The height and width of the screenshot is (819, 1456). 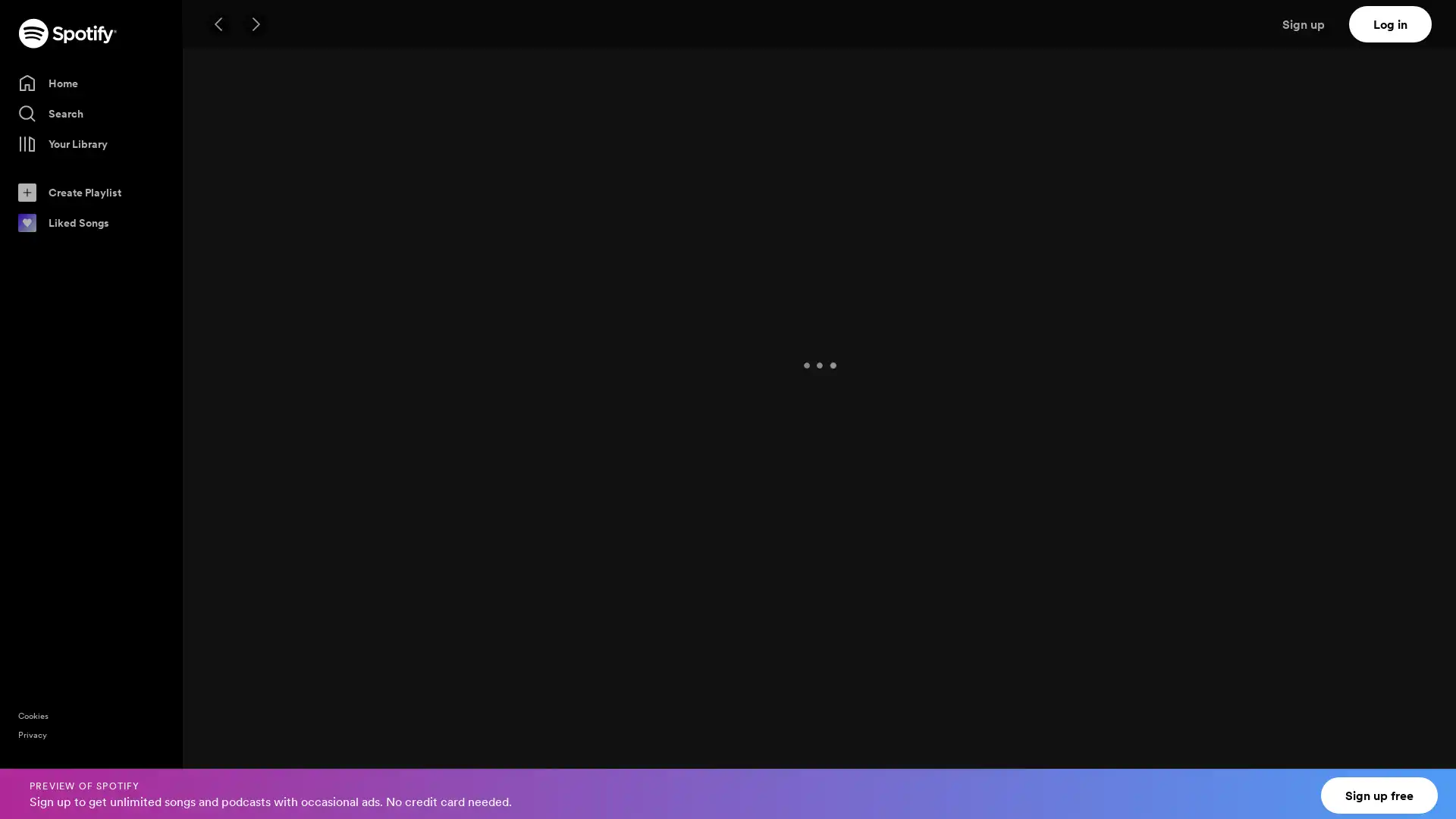 What do you see at coordinates (1084, 724) in the screenshot?
I see `Play Gregory David` at bounding box center [1084, 724].